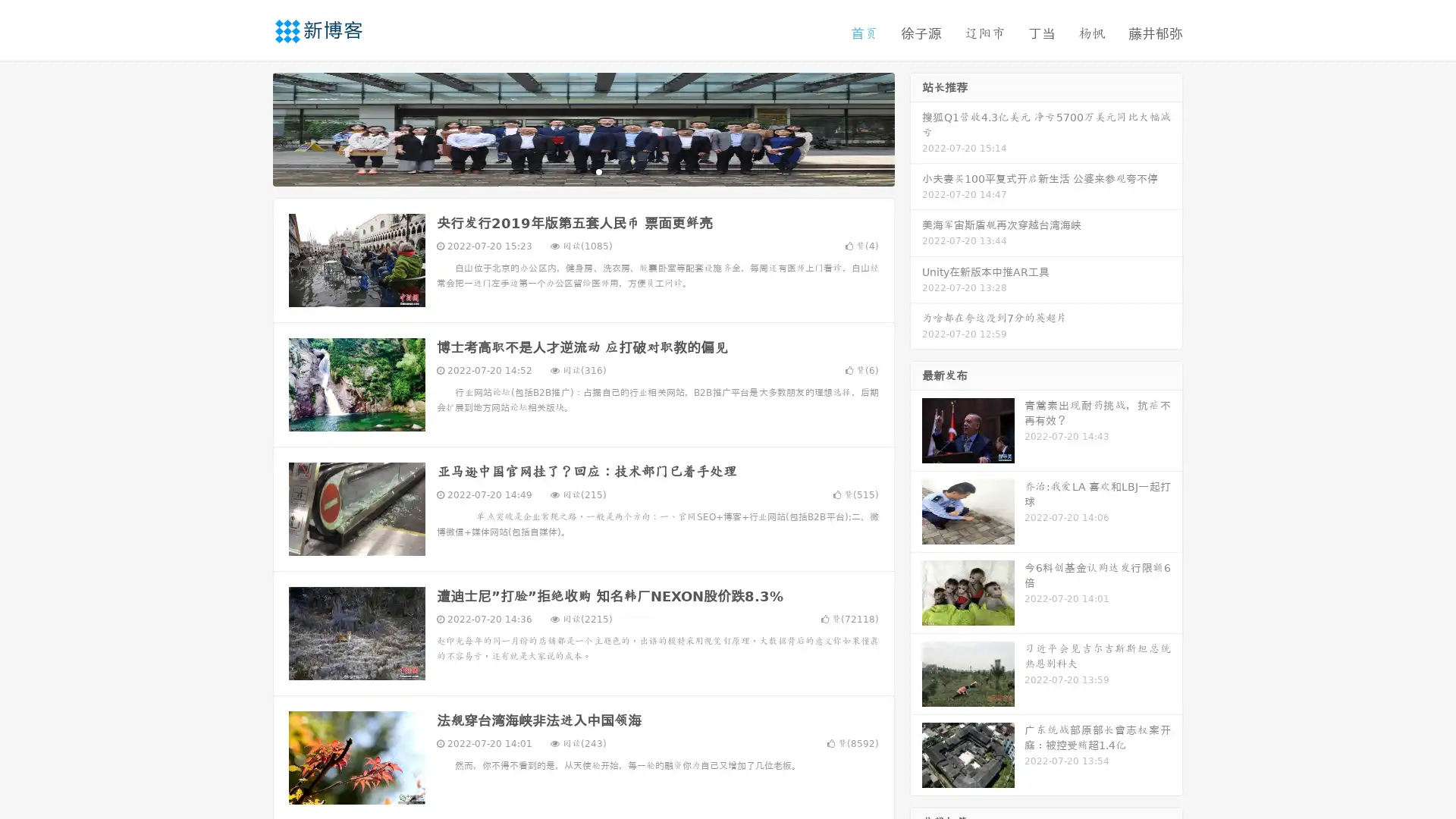 The image size is (1456, 819). Describe the element at coordinates (916, 127) in the screenshot. I see `Next slide` at that location.